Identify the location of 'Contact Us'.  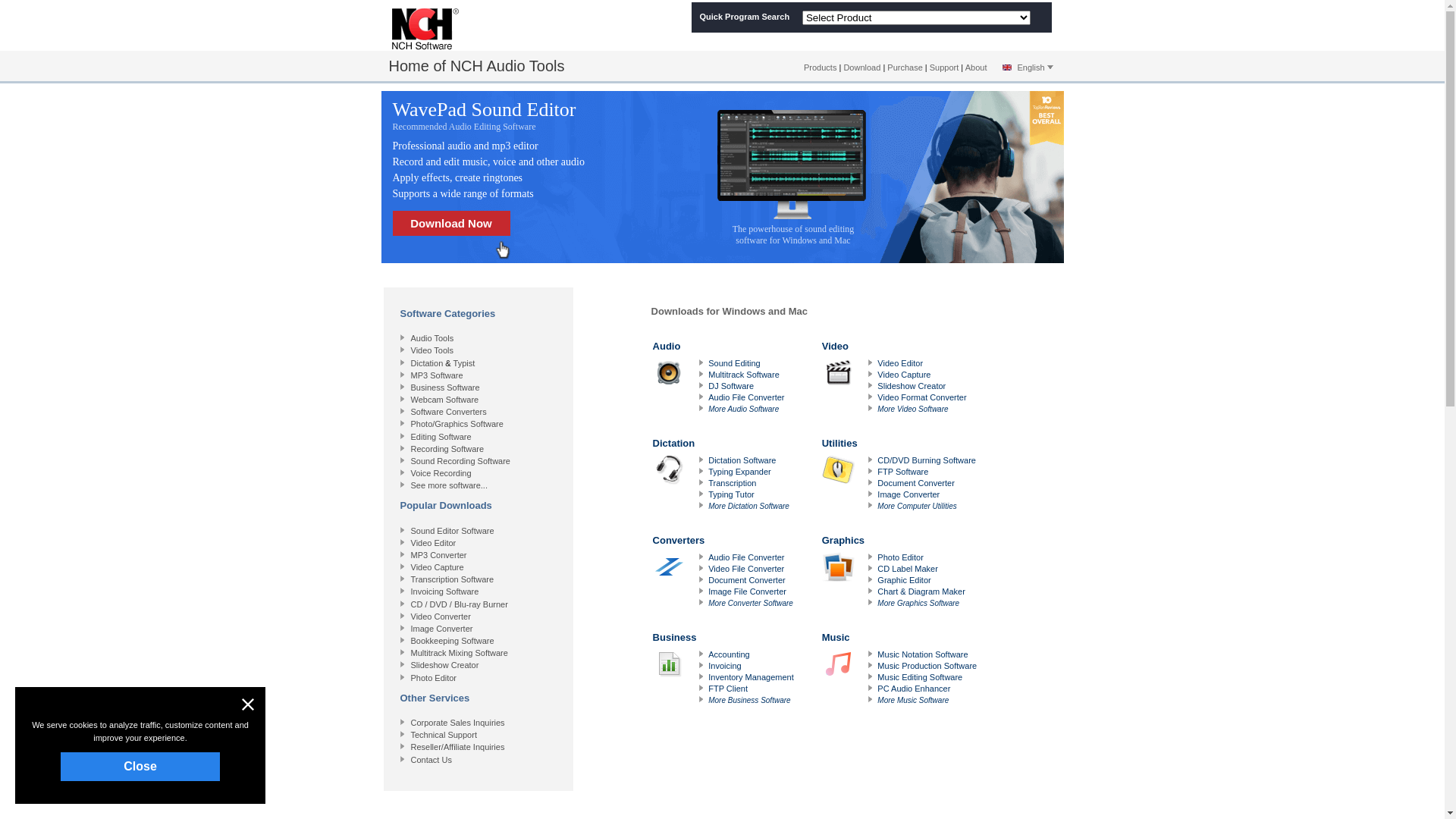
(431, 760).